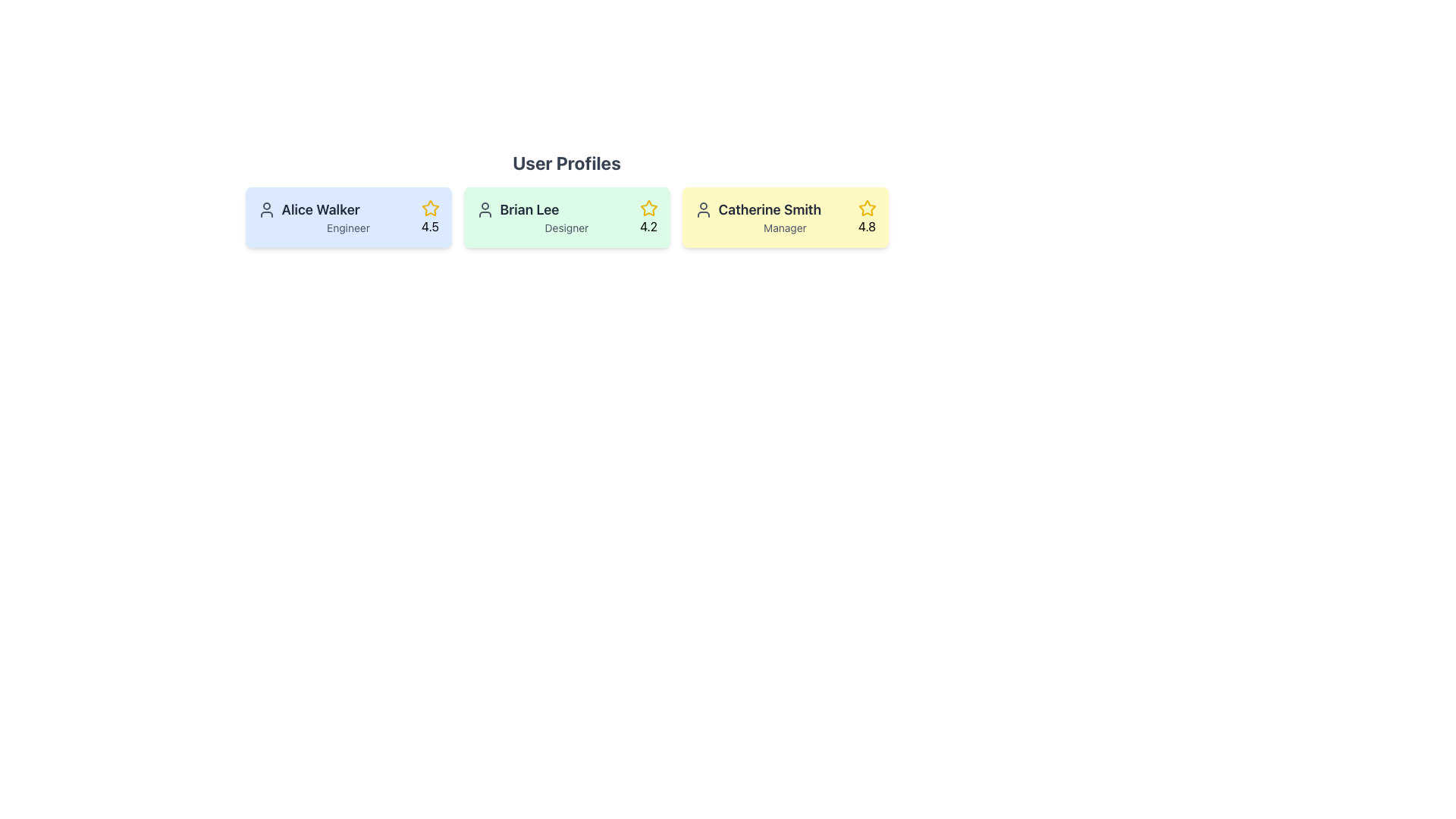 Image resolution: width=1456 pixels, height=819 pixels. What do you see at coordinates (266, 210) in the screenshot?
I see `the user profile icon representing Alice Walker, located at the top left corner of the blue card, above the Engineer designation` at bounding box center [266, 210].